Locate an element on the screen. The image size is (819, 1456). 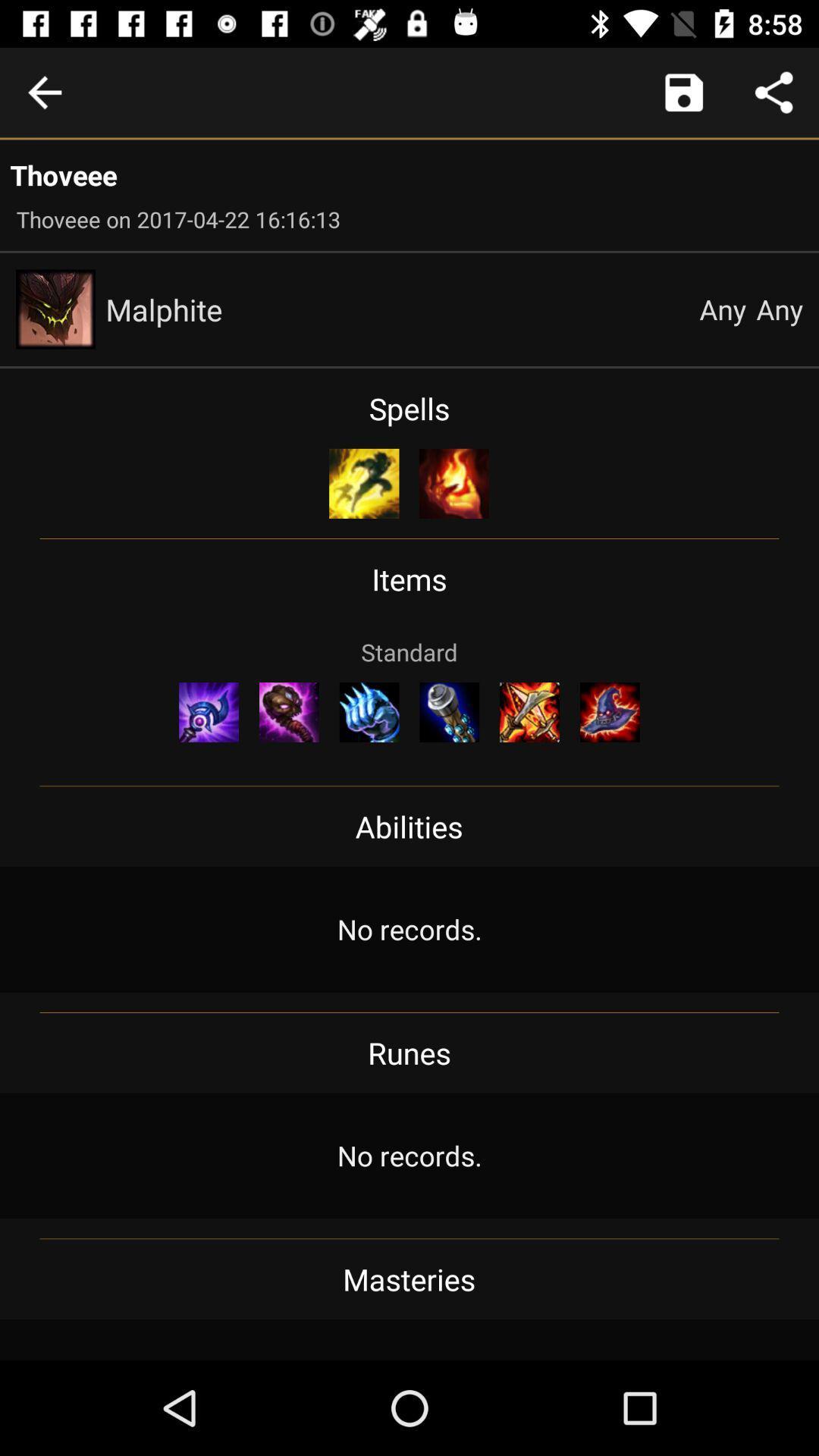
icon below the standard icon is located at coordinates (448, 711).